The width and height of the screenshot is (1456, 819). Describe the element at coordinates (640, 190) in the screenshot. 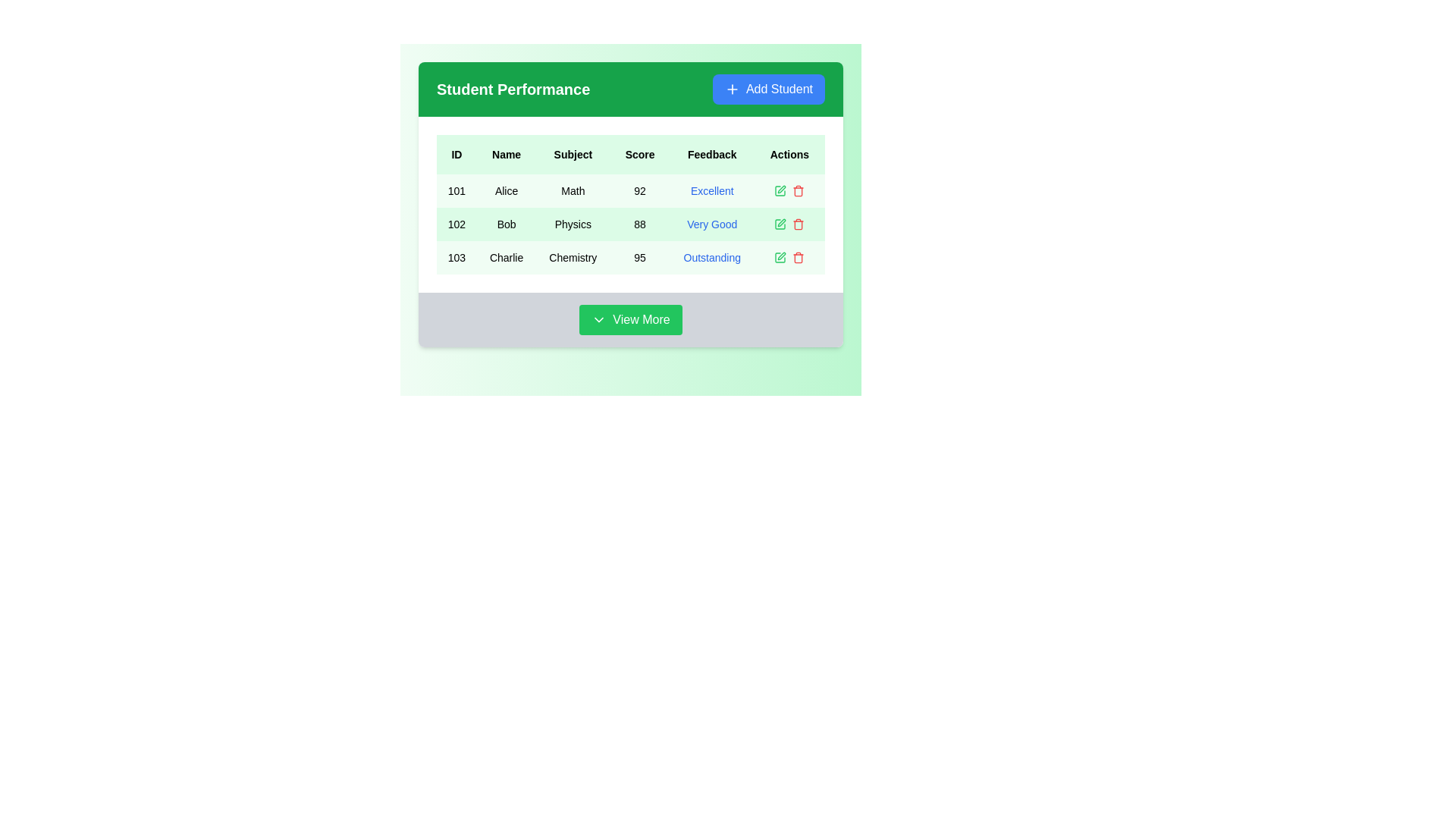

I see `the text element displaying '92' in black font, located in the Score column of Alice's Math entry` at that location.